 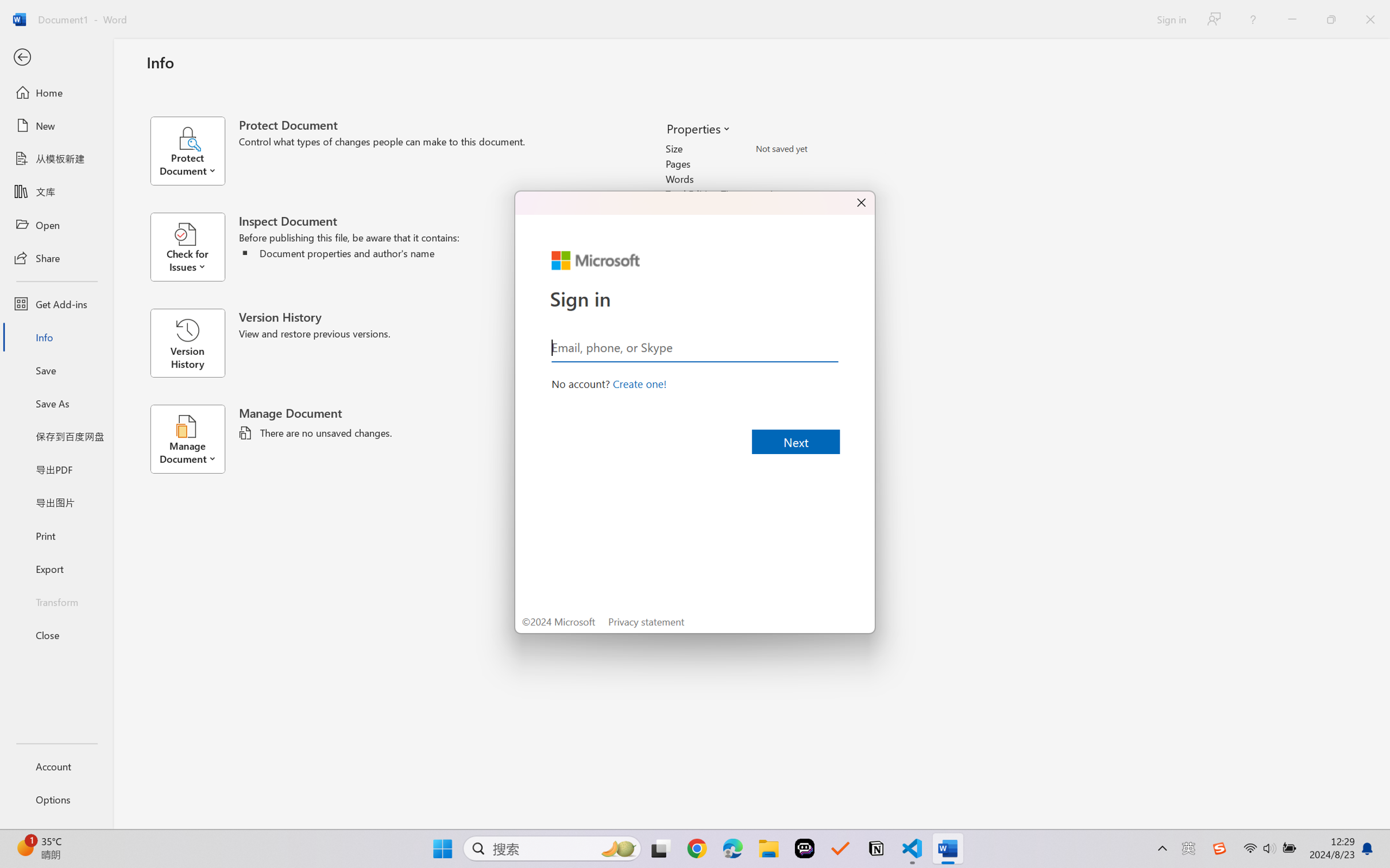 I want to click on 'Manage Document', so click(x=194, y=439).